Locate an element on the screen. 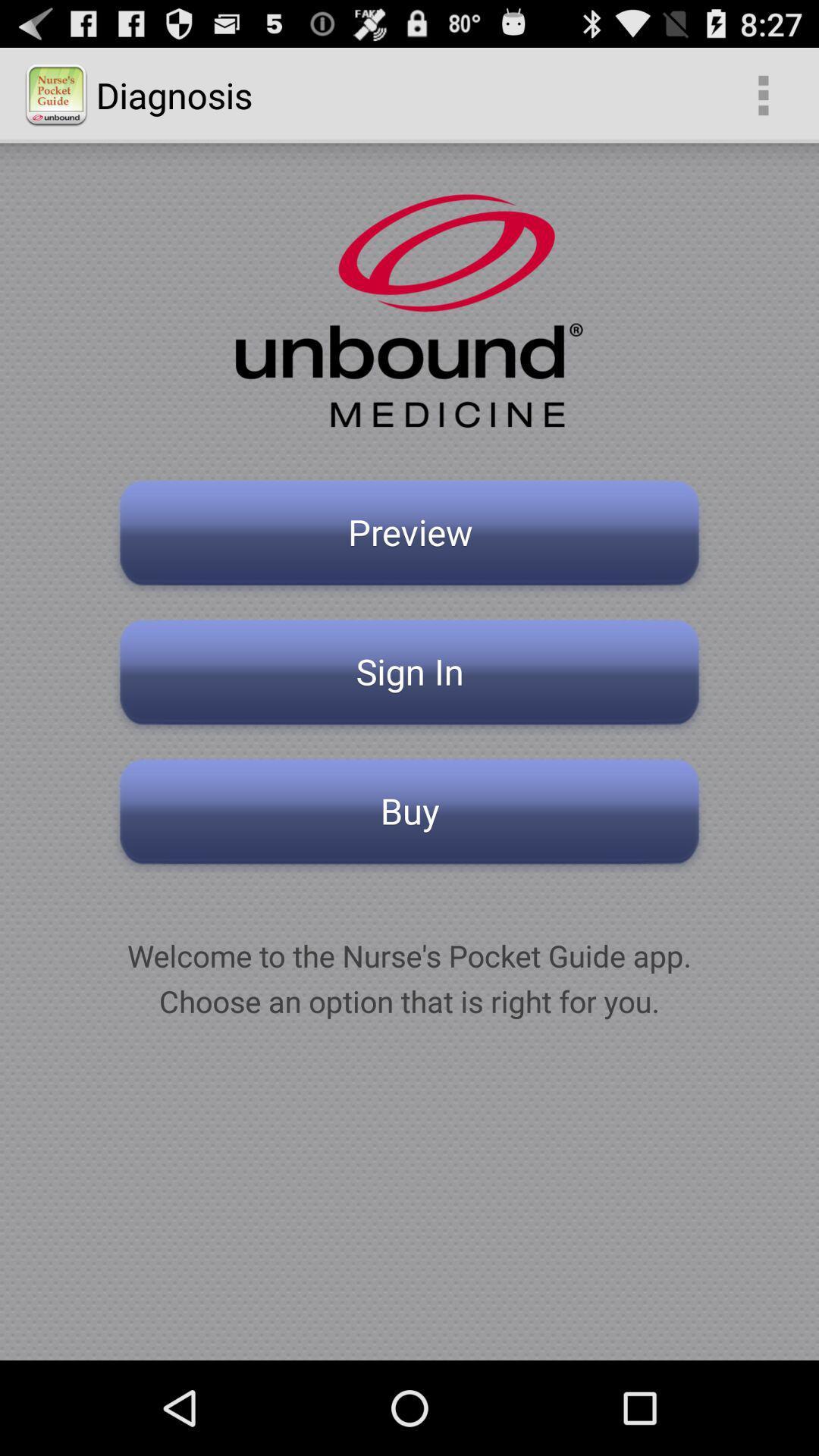 Image resolution: width=819 pixels, height=1456 pixels. buy is located at coordinates (409, 815).